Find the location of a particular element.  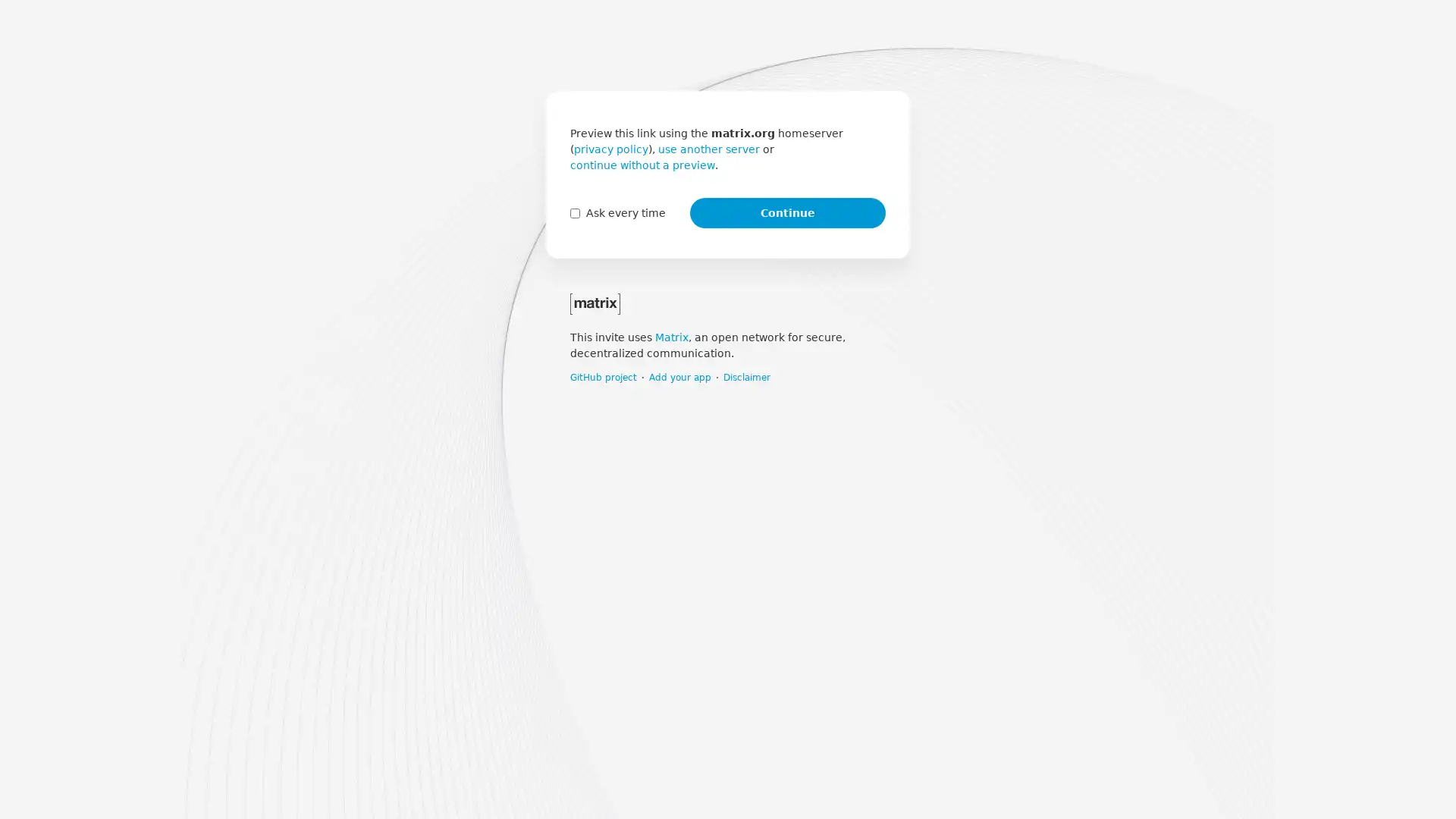

use another server is located at coordinates (708, 149).